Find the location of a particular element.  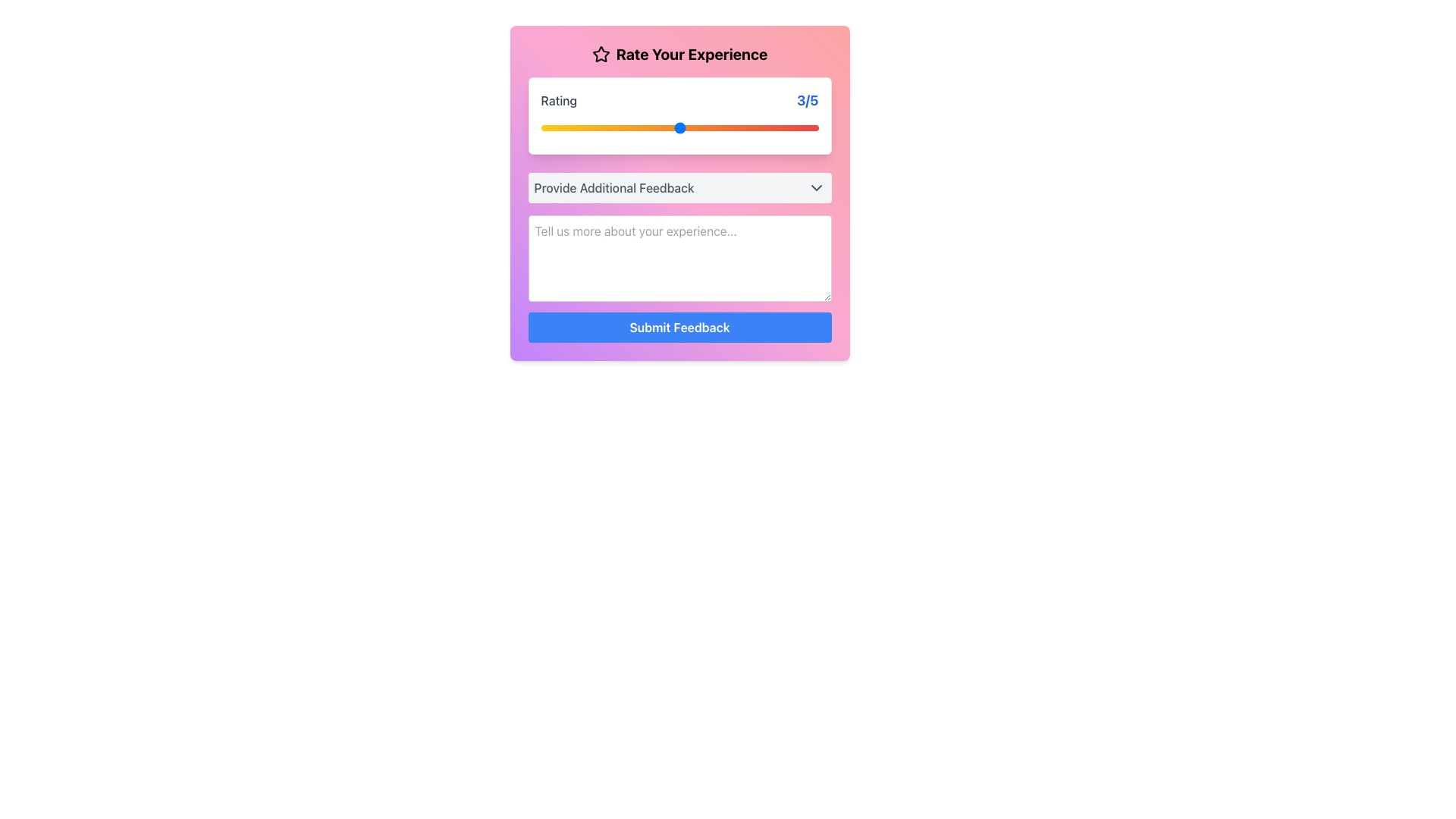

the slider is located at coordinates (749, 127).